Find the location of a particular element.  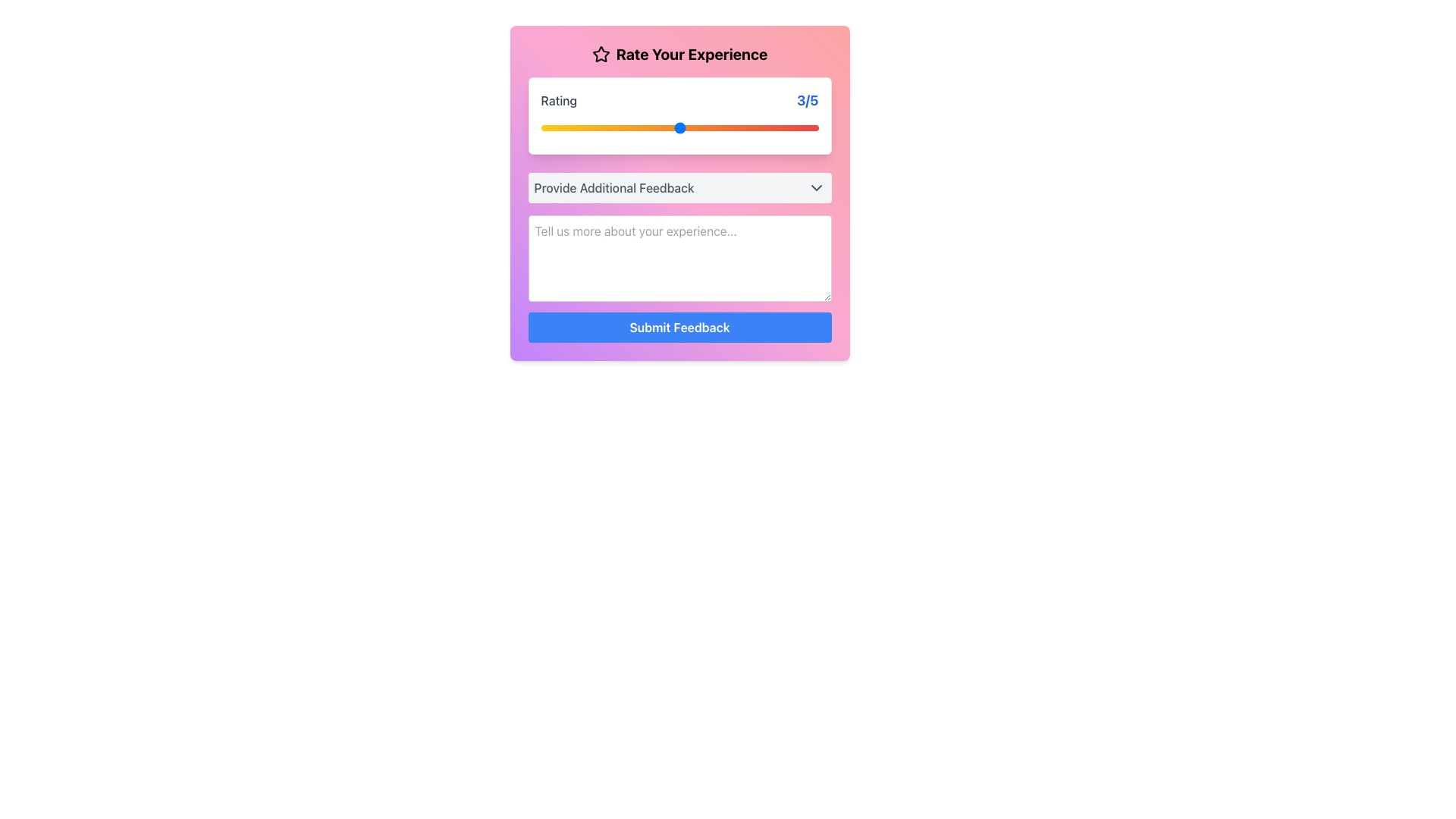

the slider is located at coordinates (749, 127).